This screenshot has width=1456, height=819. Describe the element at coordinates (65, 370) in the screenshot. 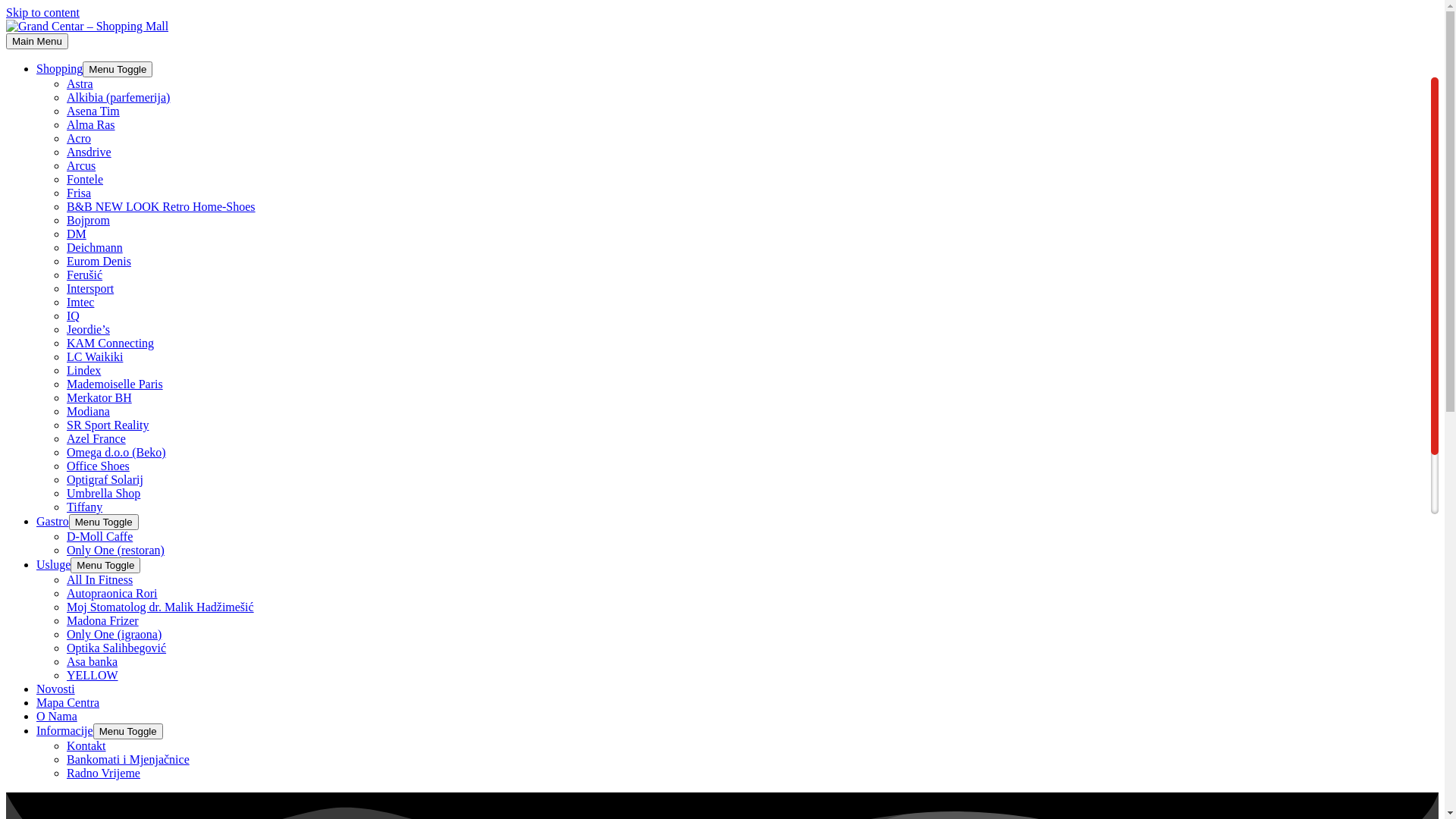

I see `'Lindex'` at that location.